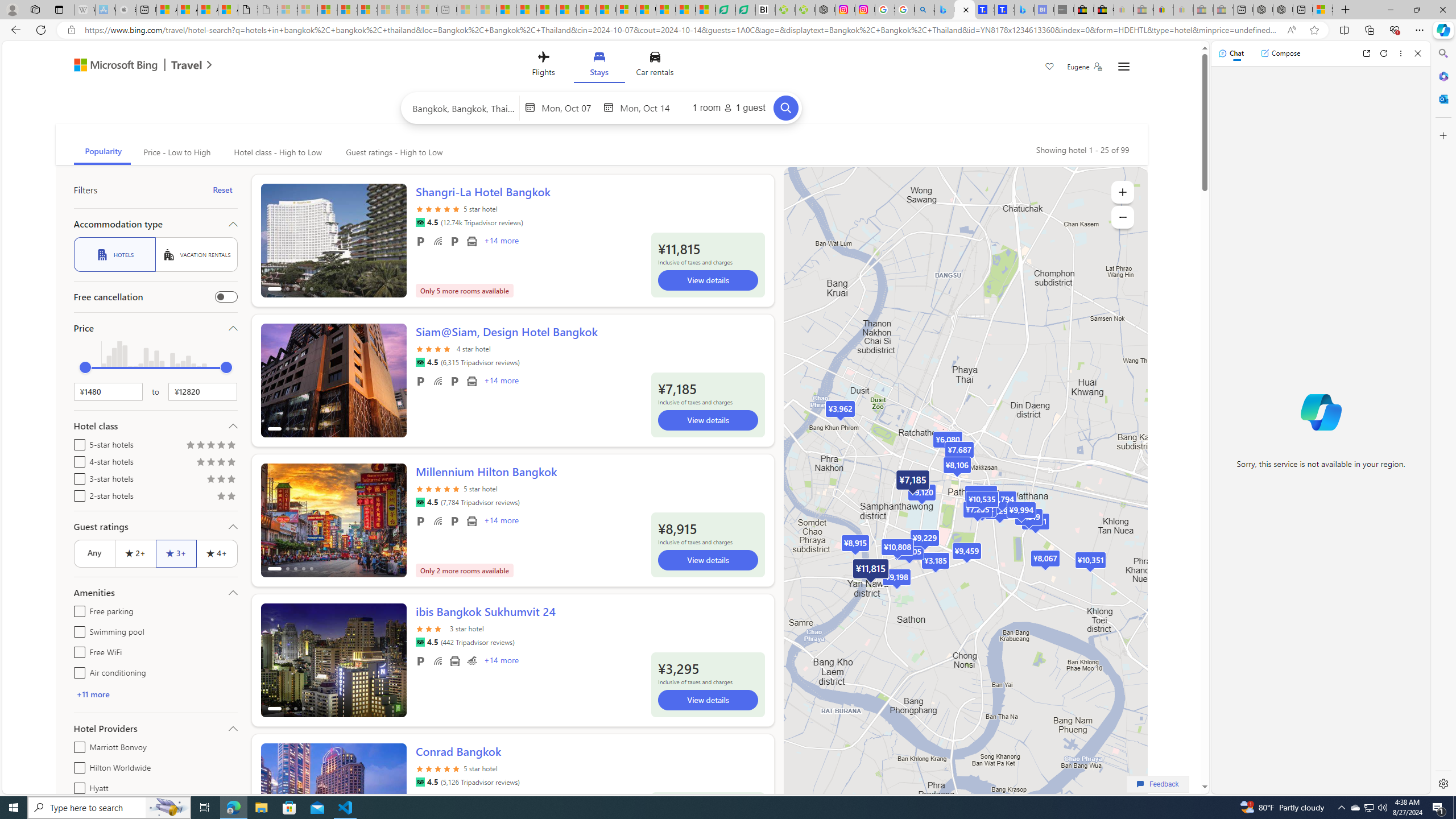 This screenshot has width=1456, height=819. I want to click on 'Search hotels or place', so click(464, 107).